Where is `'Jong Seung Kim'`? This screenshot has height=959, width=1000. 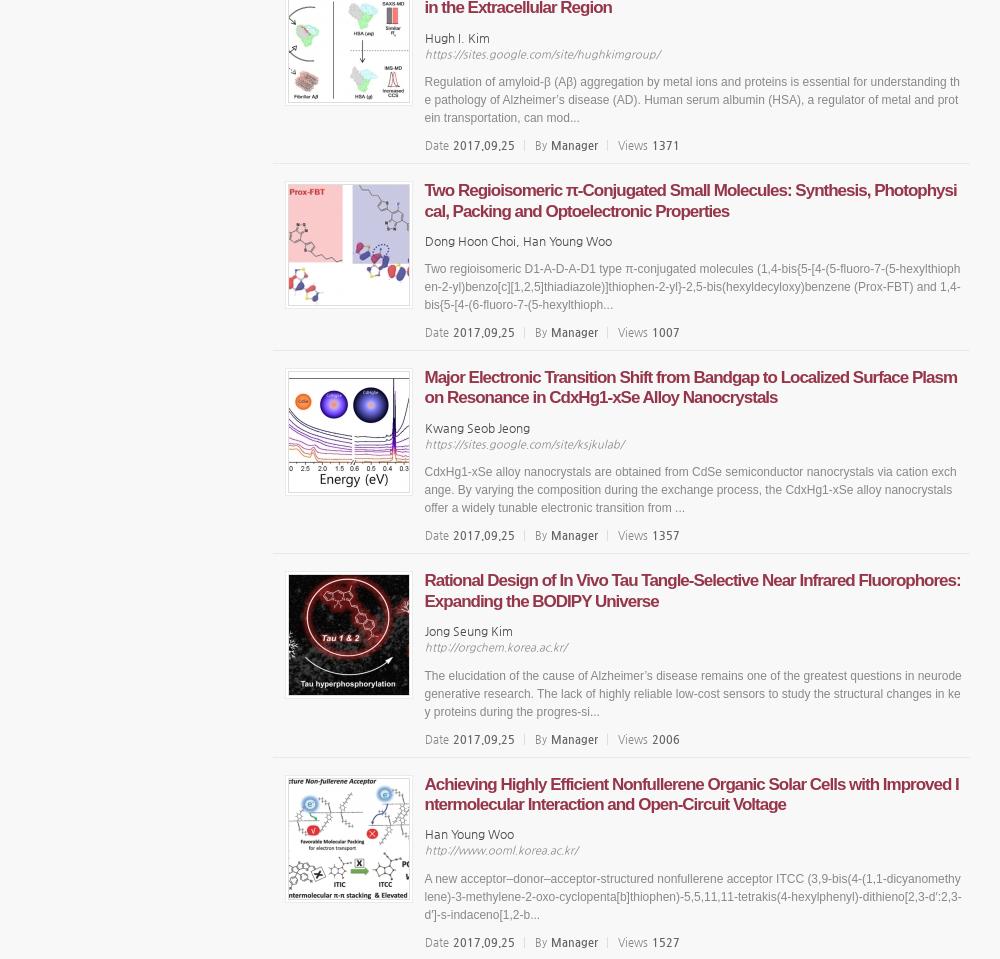 'Jong Seung Kim' is located at coordinates (467, 631).